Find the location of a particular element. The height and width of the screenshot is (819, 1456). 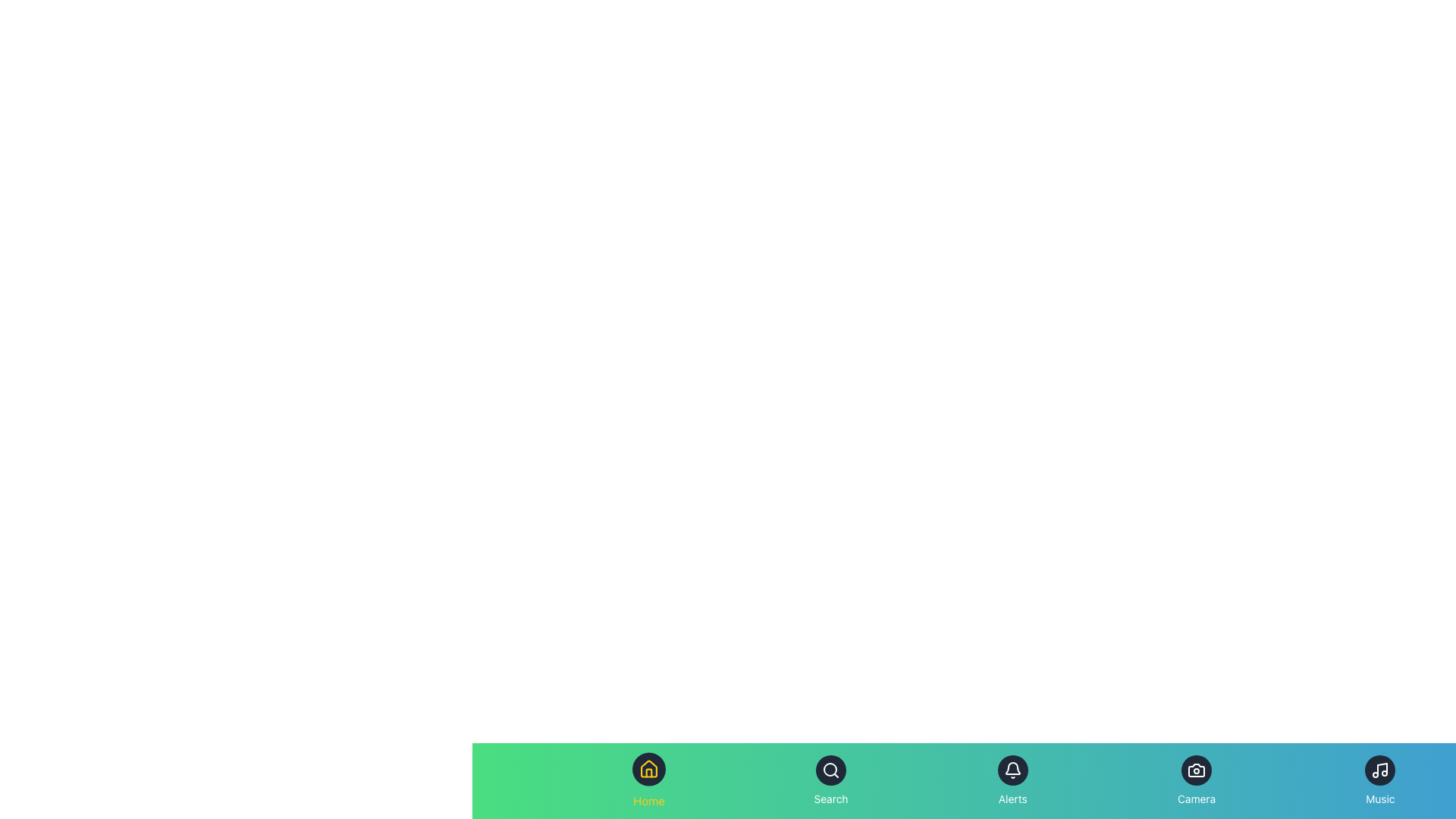

the Home button, which resembles a dark circular button with a house icon and yellow text below it is located at coordinates (649, 780).